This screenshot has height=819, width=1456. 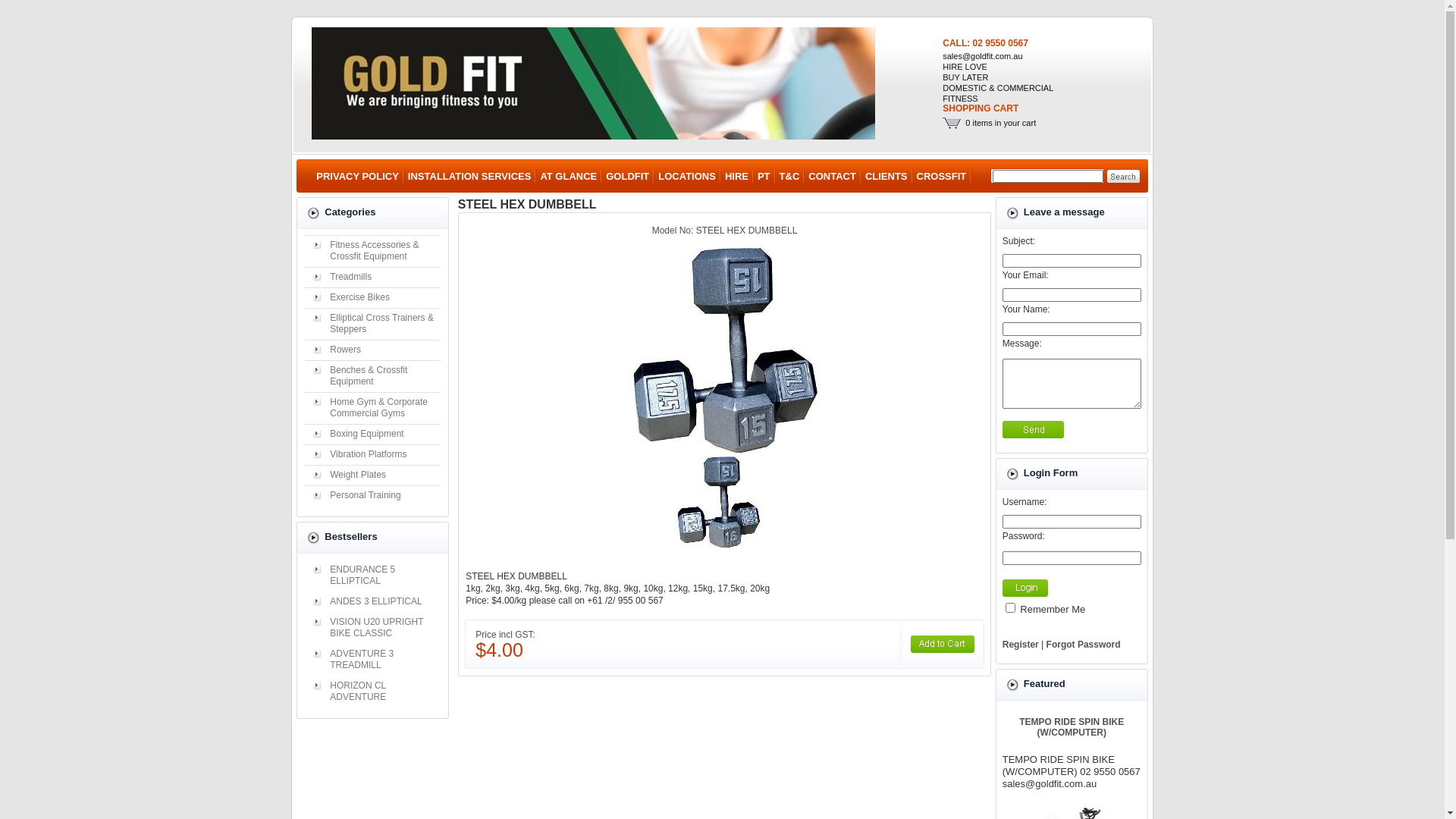 I want to click on 'Weight Plates', so click(x=372, y=474).